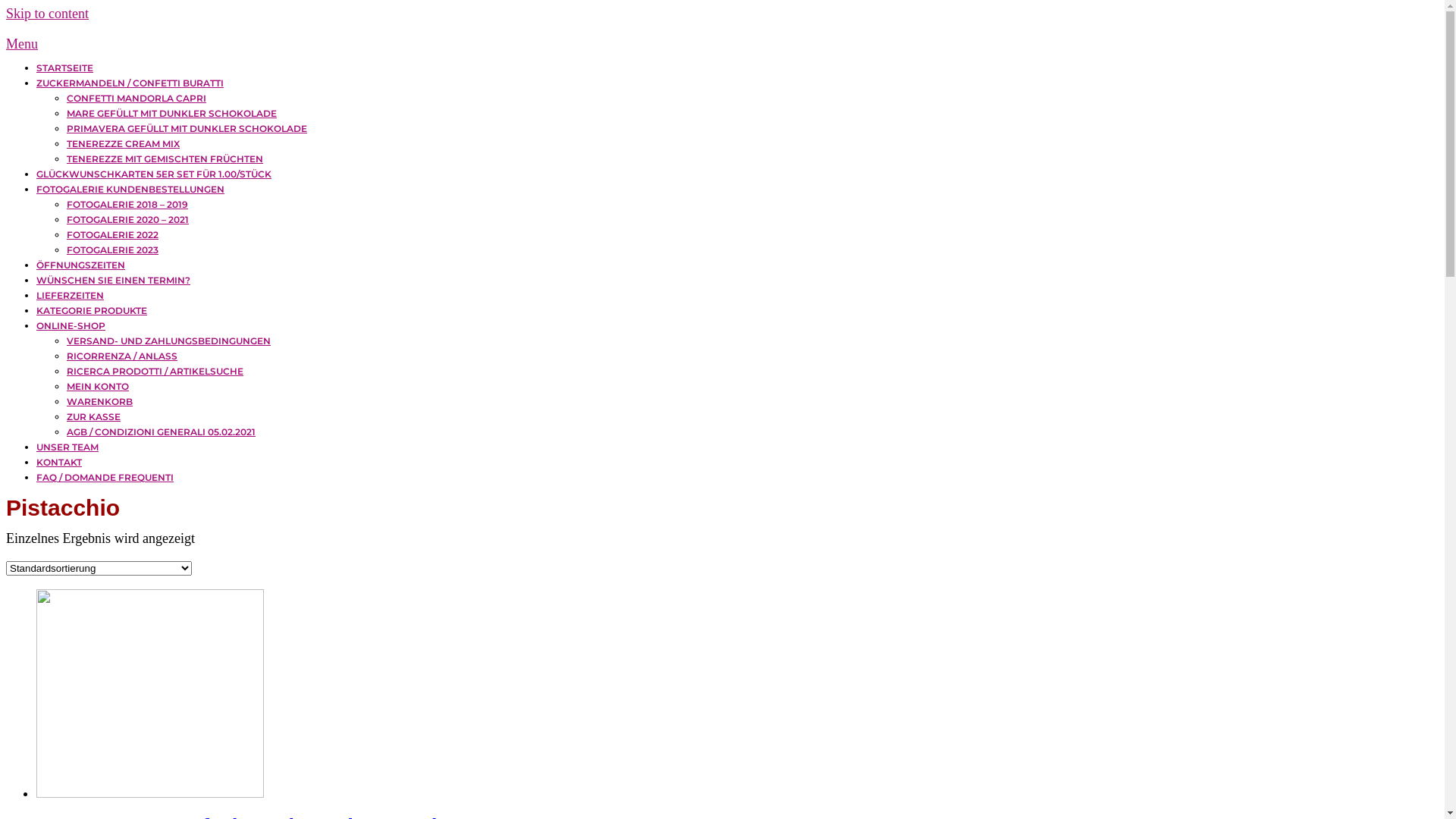 Image resolution: width=1456 pixels, height=819 pixels. What do you see at coordinates (69, 295) in the screenshot?
I see `'LIEFERZEITEN'` at bounding box center [69, 295].